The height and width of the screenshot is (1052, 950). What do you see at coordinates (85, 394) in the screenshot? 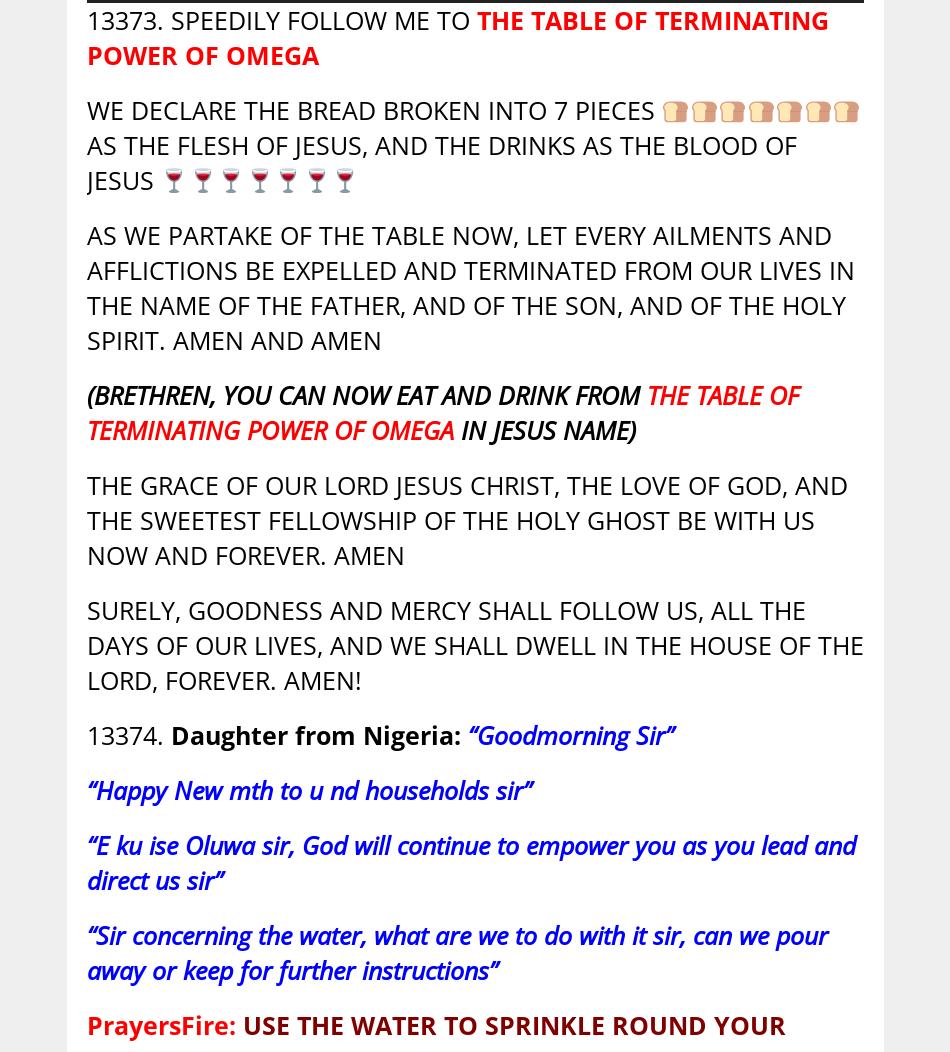
I see `'(BRETHREN, YOU CAN NOW EAT AND DRINK FROM'` at bounding box center [85, 394].